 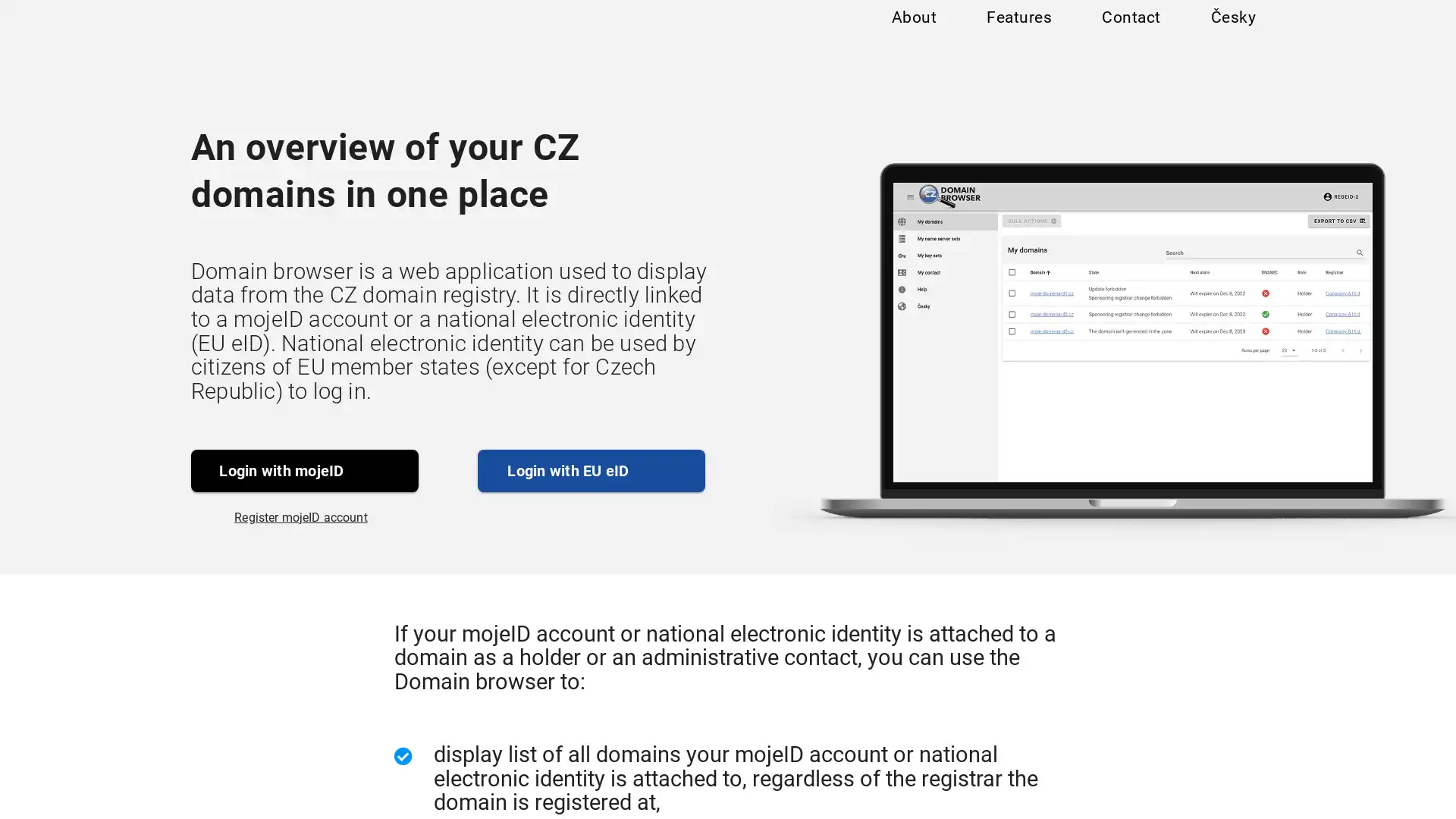 I want to click on Contact, so click(x=1130, y=32).